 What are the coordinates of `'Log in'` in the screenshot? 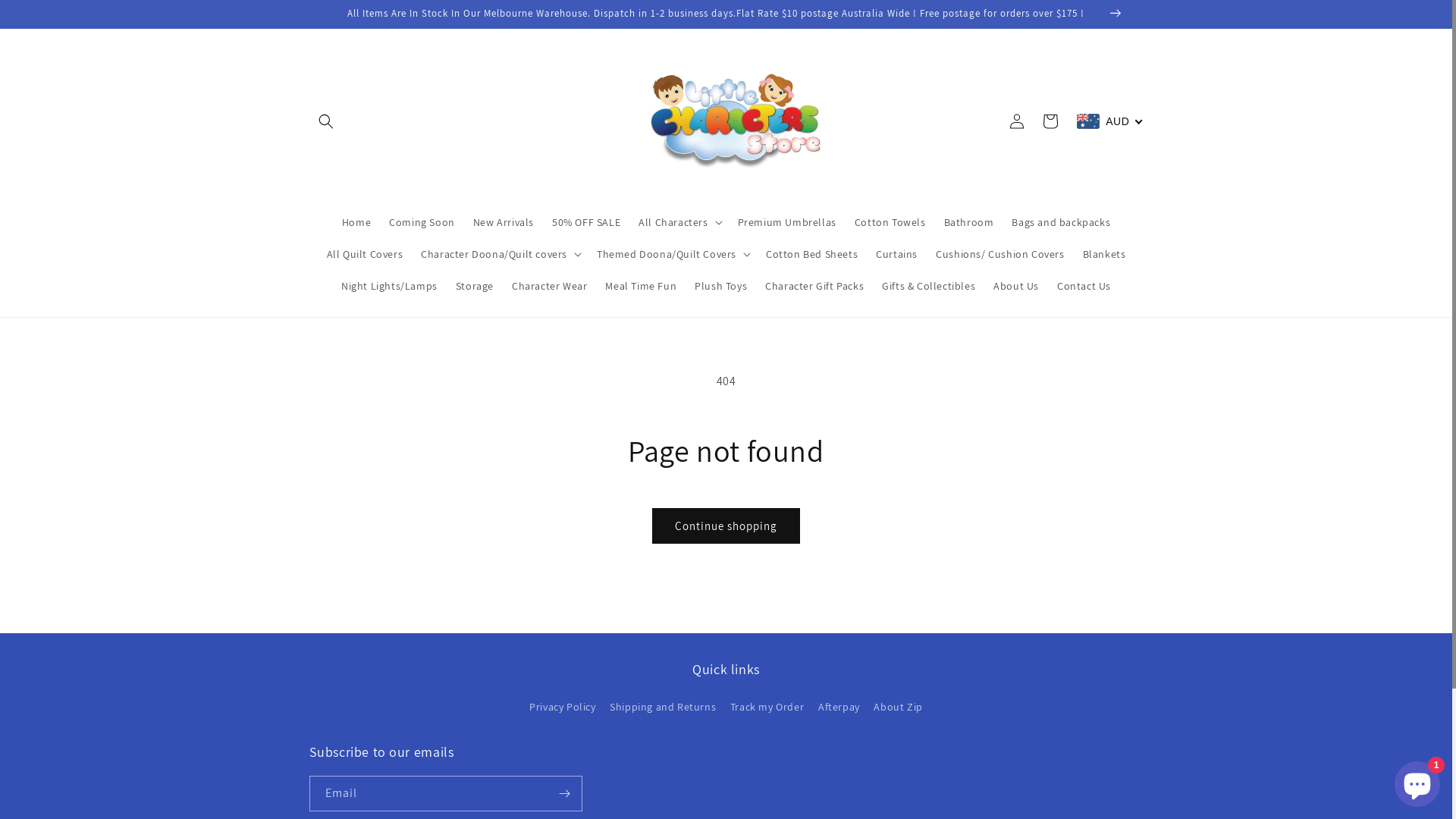 It's located at (1016, 120).